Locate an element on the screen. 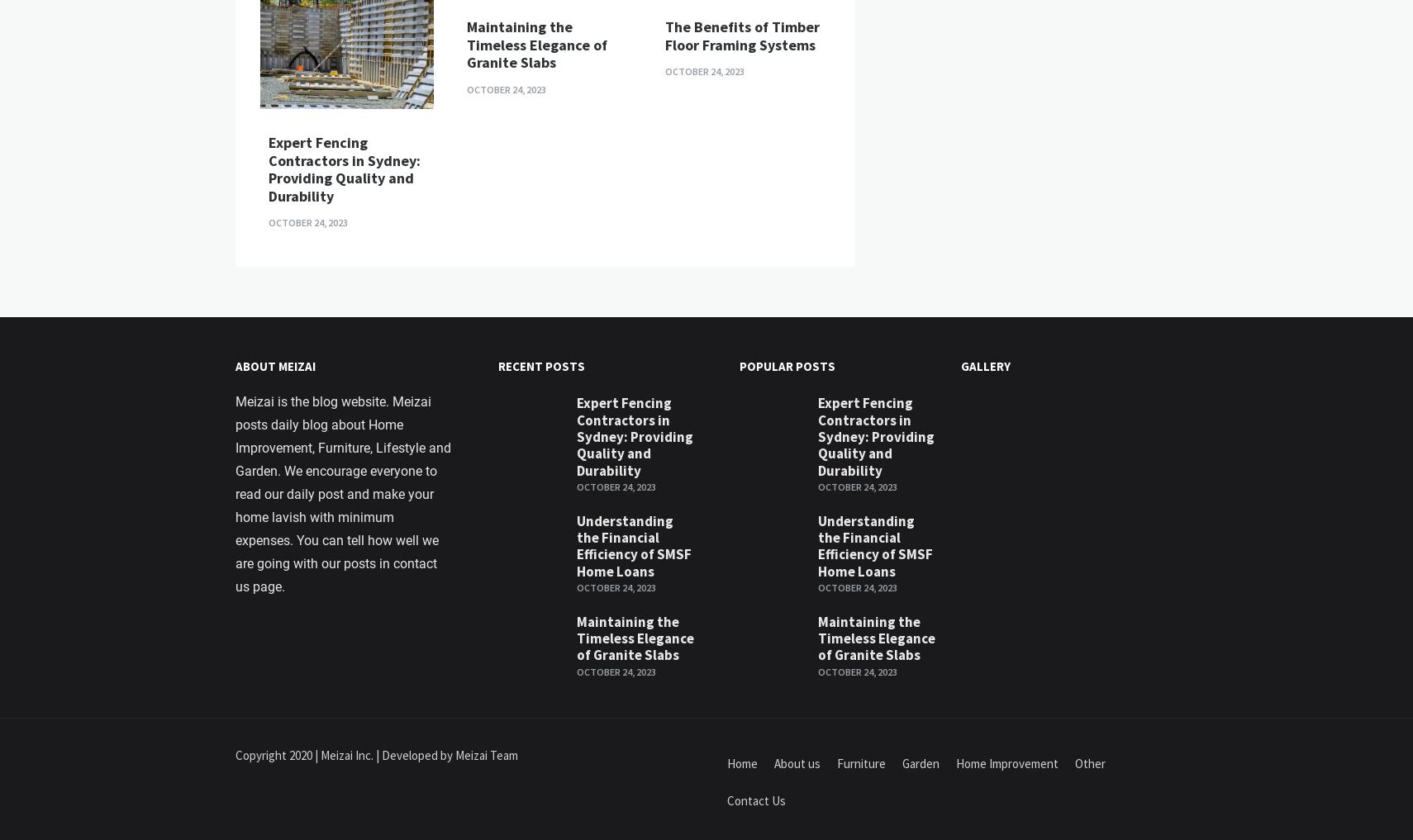  'About Meizai' is located at coordinates (274, 647).